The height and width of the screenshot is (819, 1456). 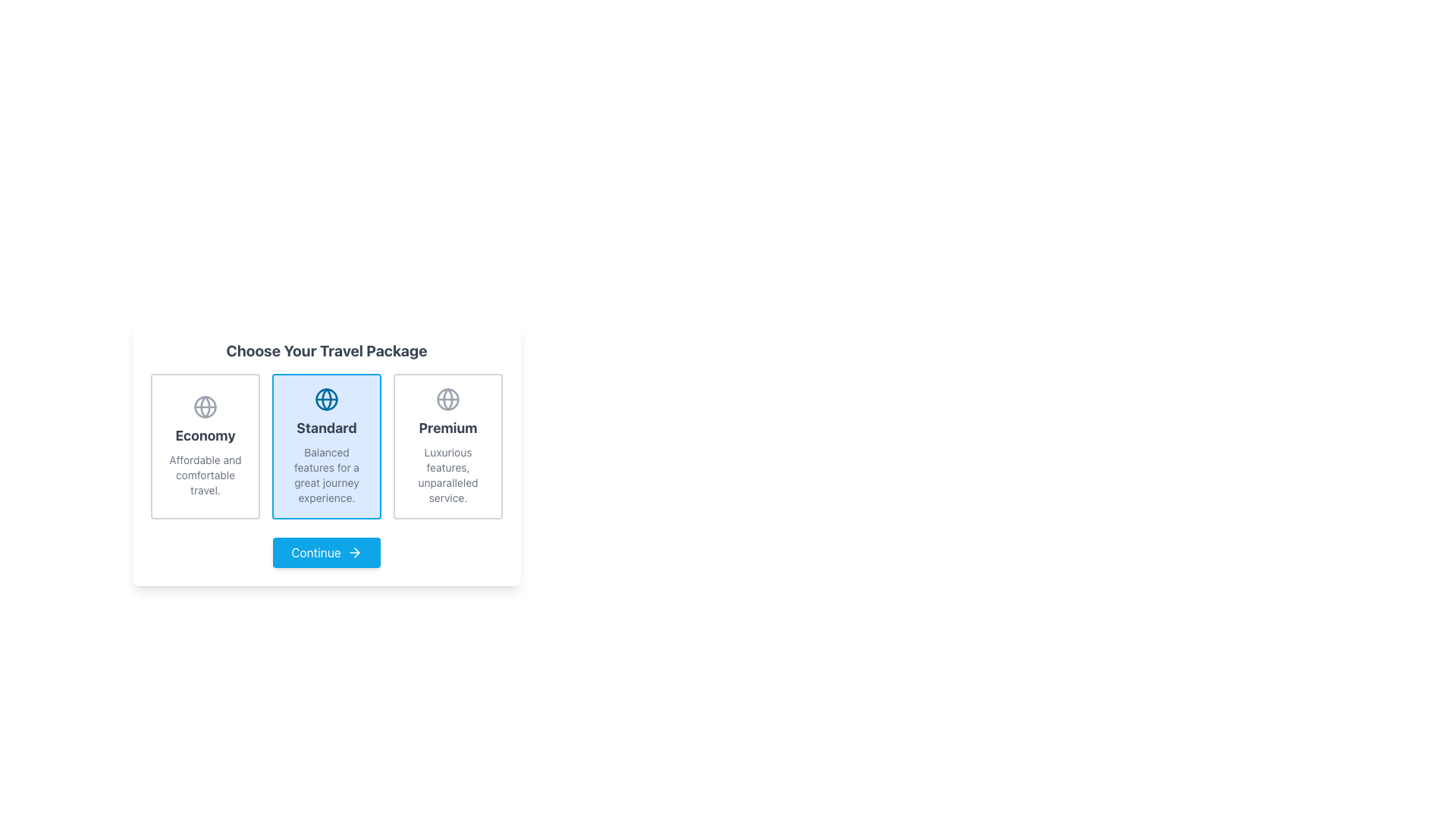 What do you see at coordinates (326, 475) in the screenshot?
I see `descriptive text block associated with the 'Standard' travel package option, located below the 'Standard' heading` at bounding box center [326, 475].